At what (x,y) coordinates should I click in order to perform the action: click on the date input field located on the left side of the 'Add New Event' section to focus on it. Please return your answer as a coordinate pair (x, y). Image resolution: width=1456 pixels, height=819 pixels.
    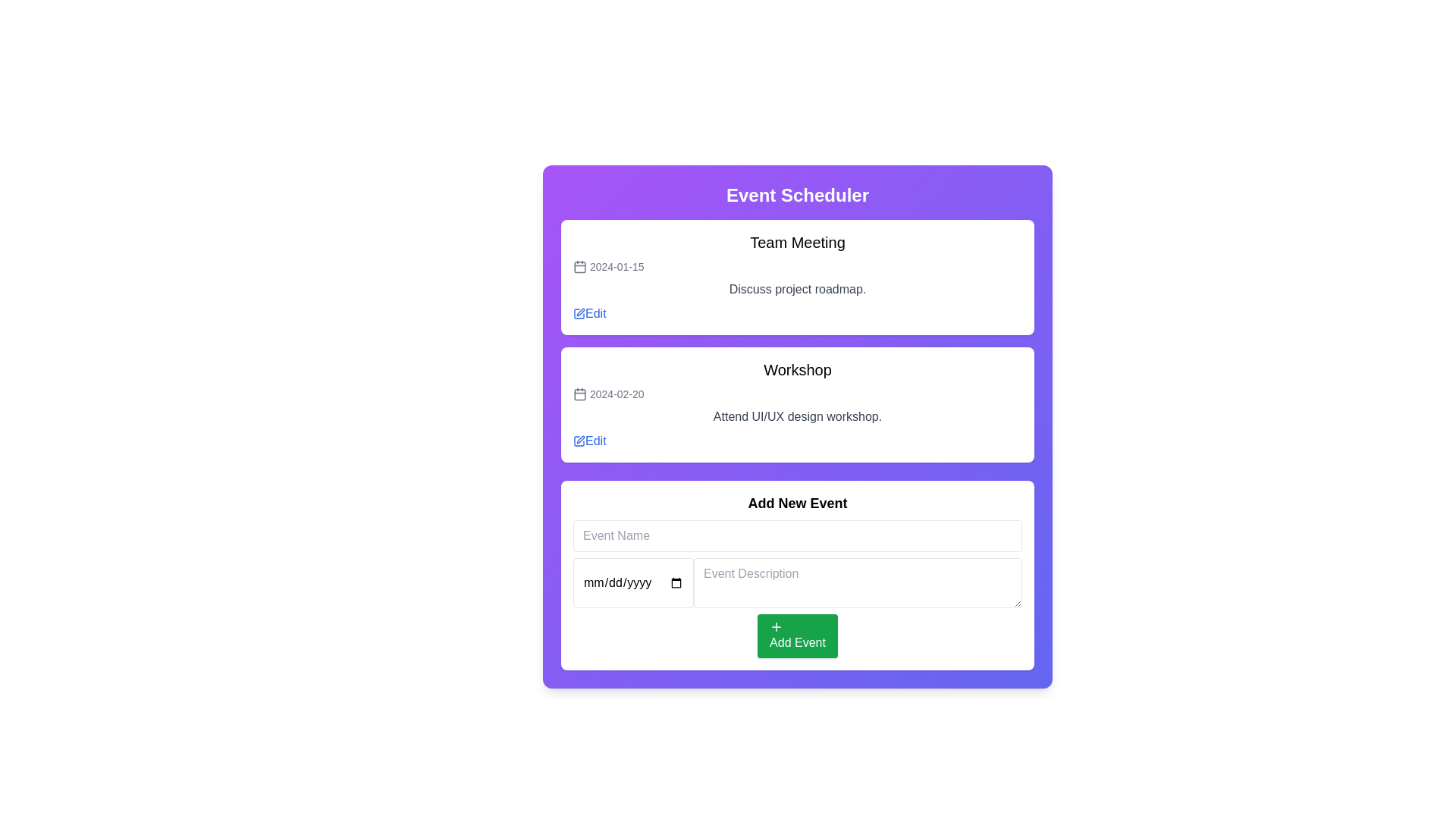
    Looking at the image, I should click on (633, 582).